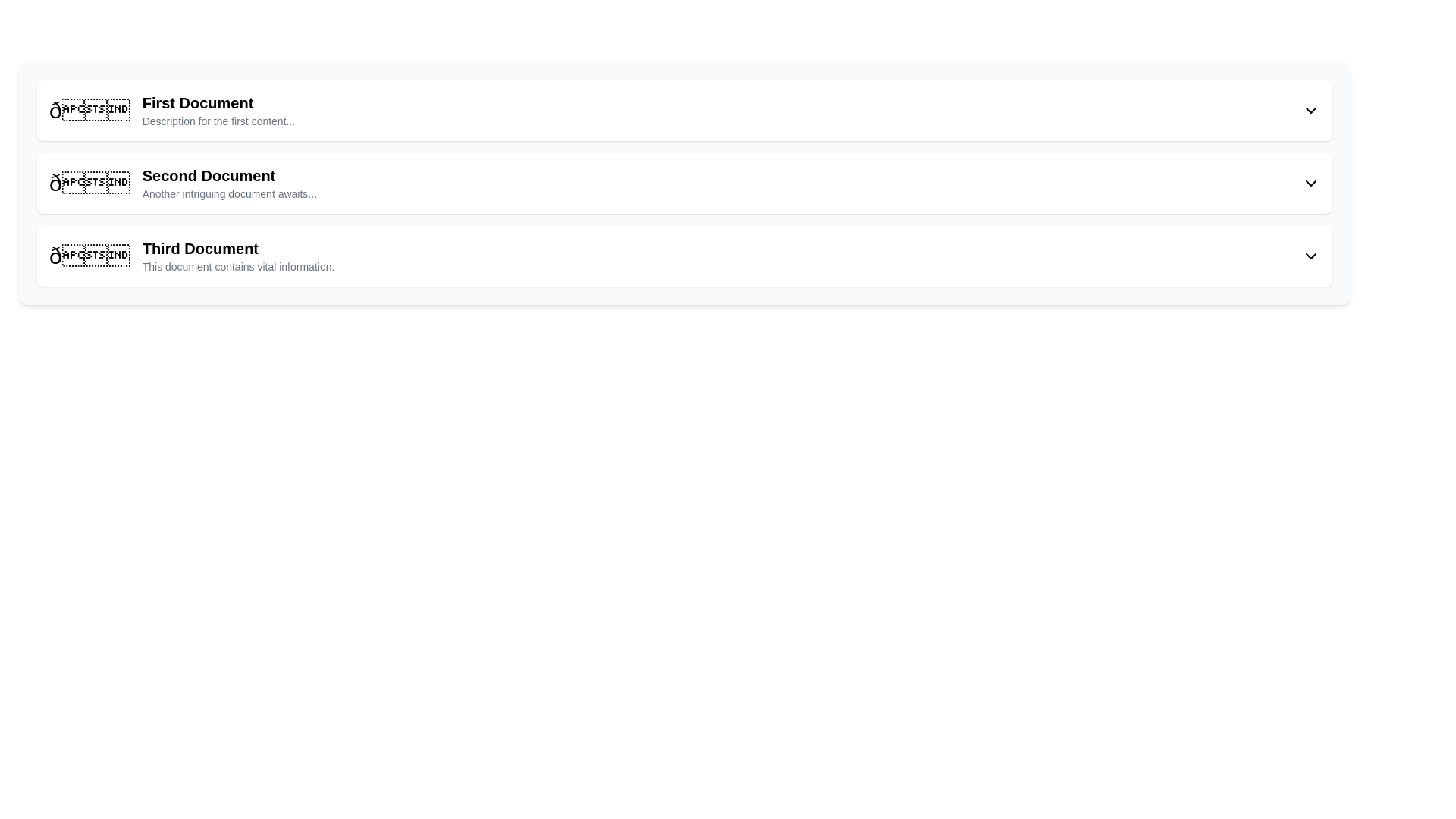 The width and height of the screenshot is (1456, 819). Describe the element at coordinates (1310, 256) in the screenshot. I see `the Dropdown toggle icon located at the far right of the 'Third Document' list item` at that location.